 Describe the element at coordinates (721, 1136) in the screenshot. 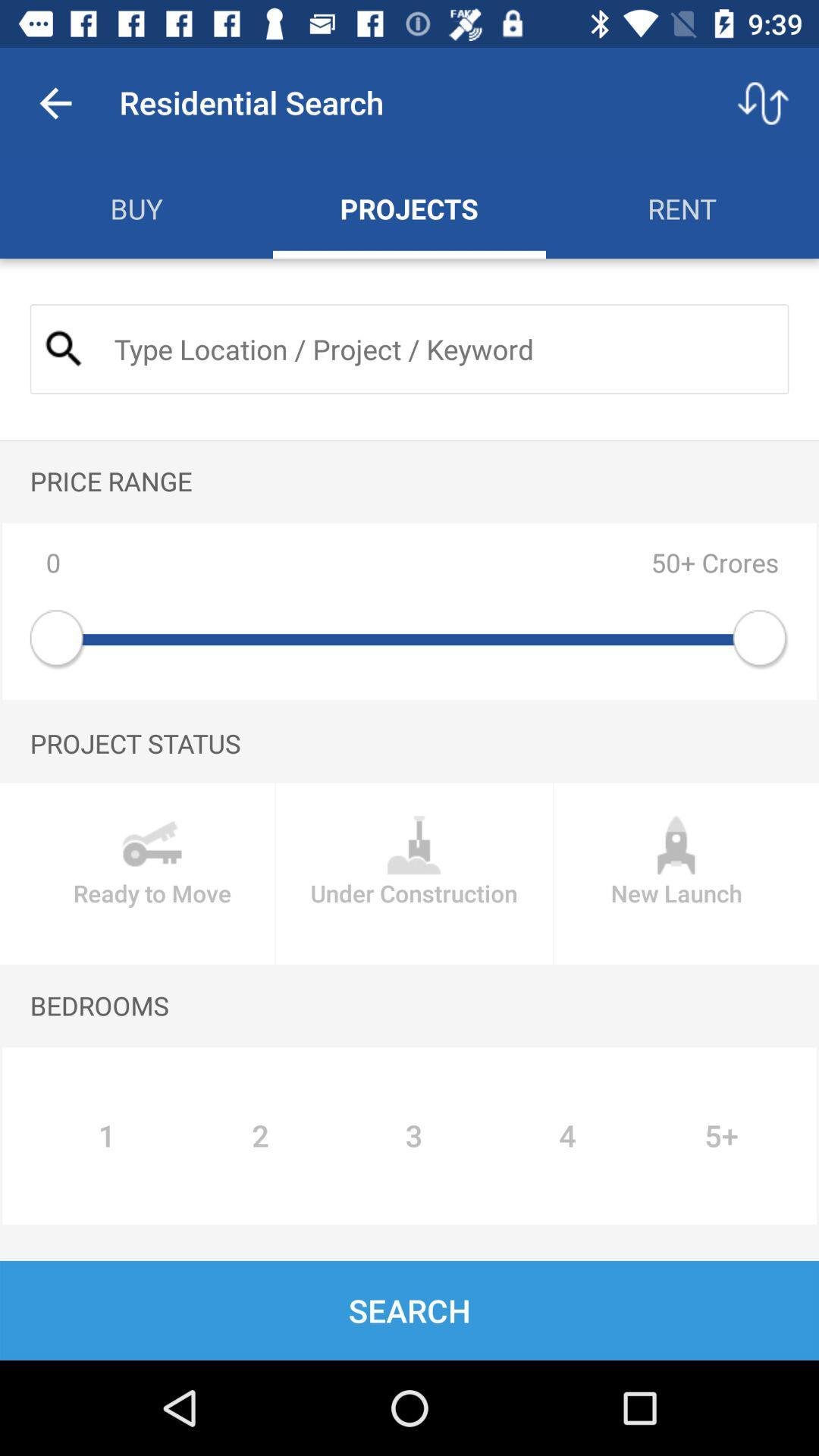

I see `the item below bedrooms` at that location.